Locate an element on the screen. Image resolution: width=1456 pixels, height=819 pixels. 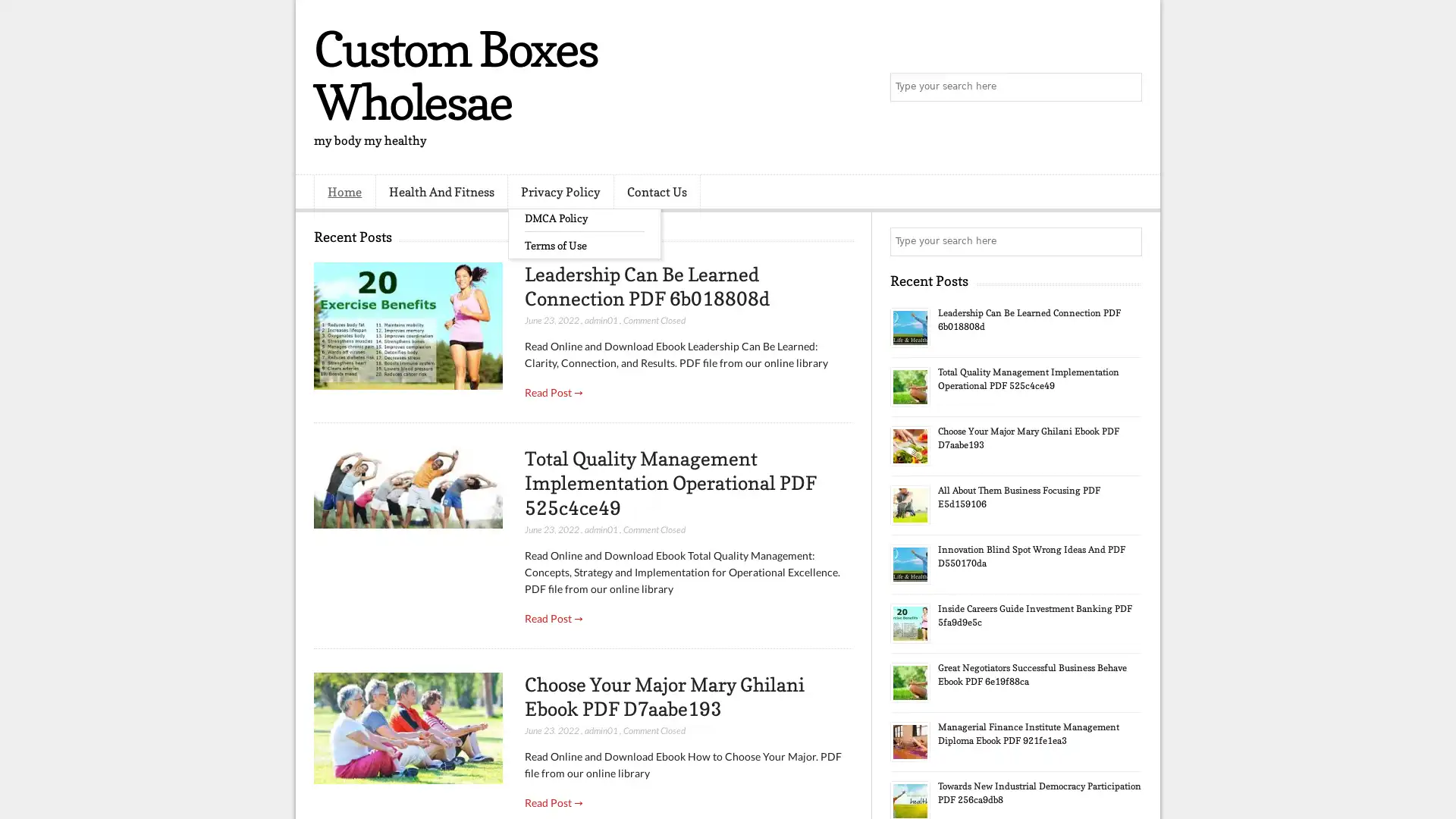
Search is located at coordinates (1126, 241).